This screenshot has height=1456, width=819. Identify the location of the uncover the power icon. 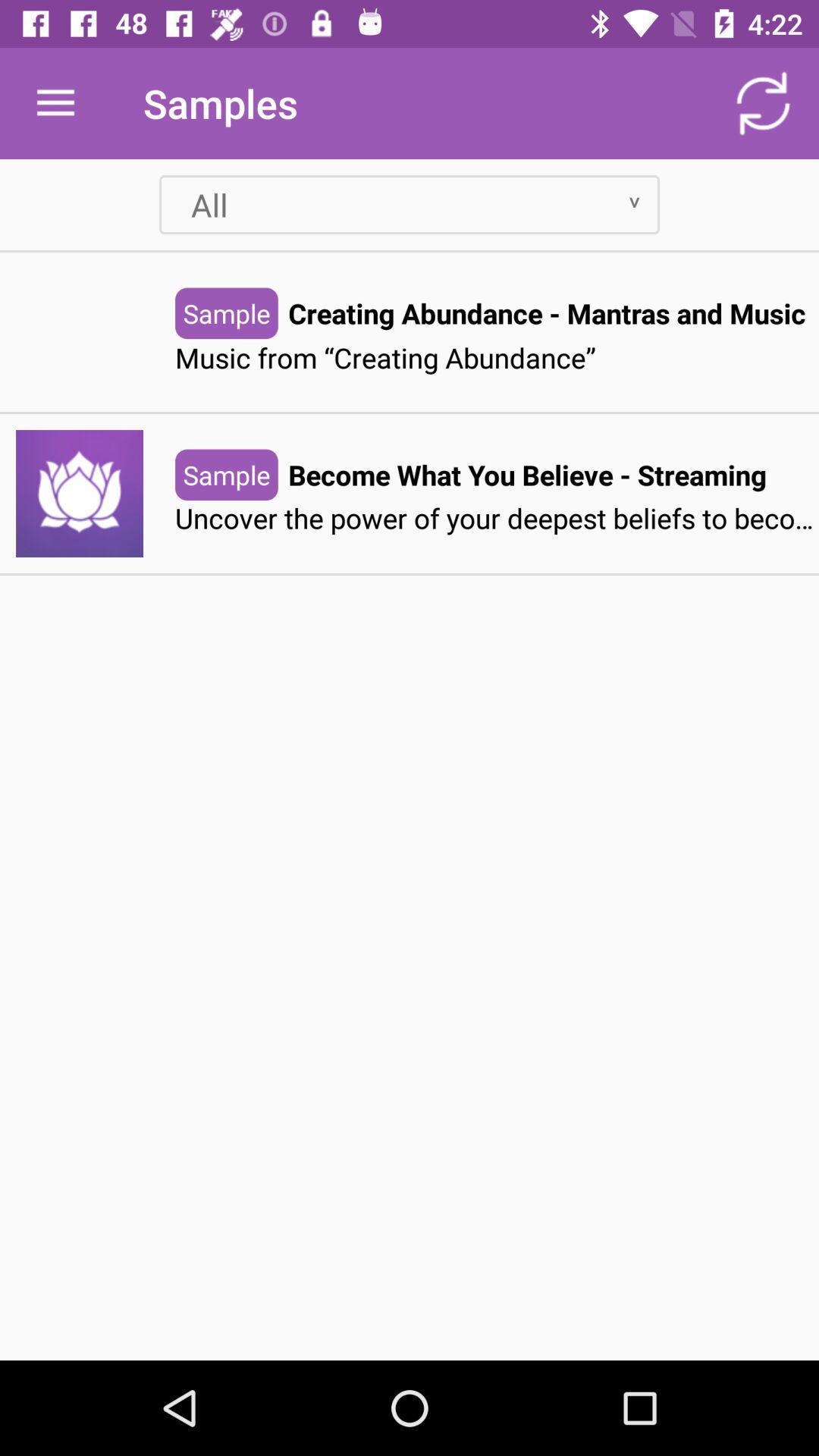
(497, 519).